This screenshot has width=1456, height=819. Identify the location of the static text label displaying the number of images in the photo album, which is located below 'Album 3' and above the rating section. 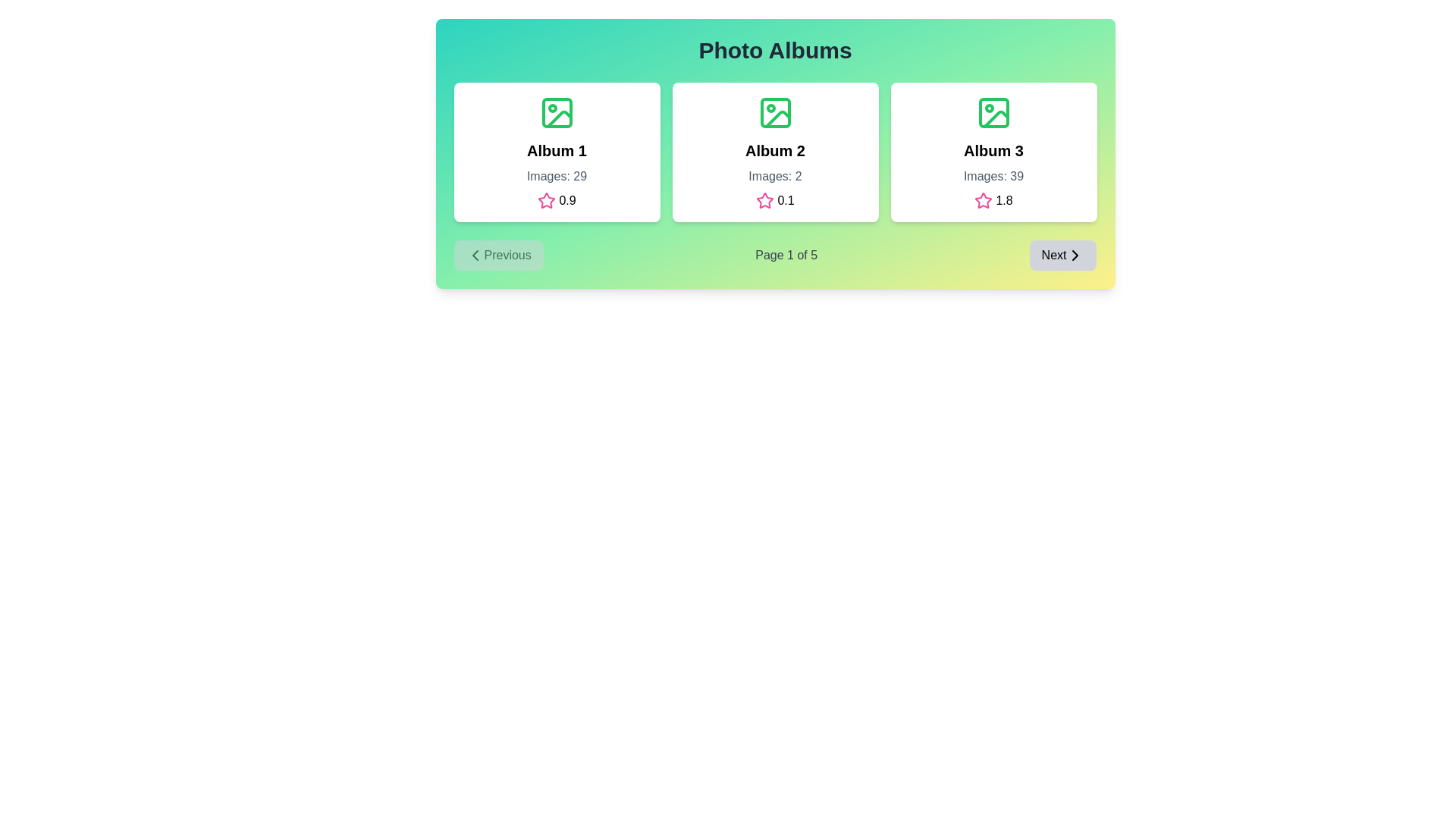
(993, 175).